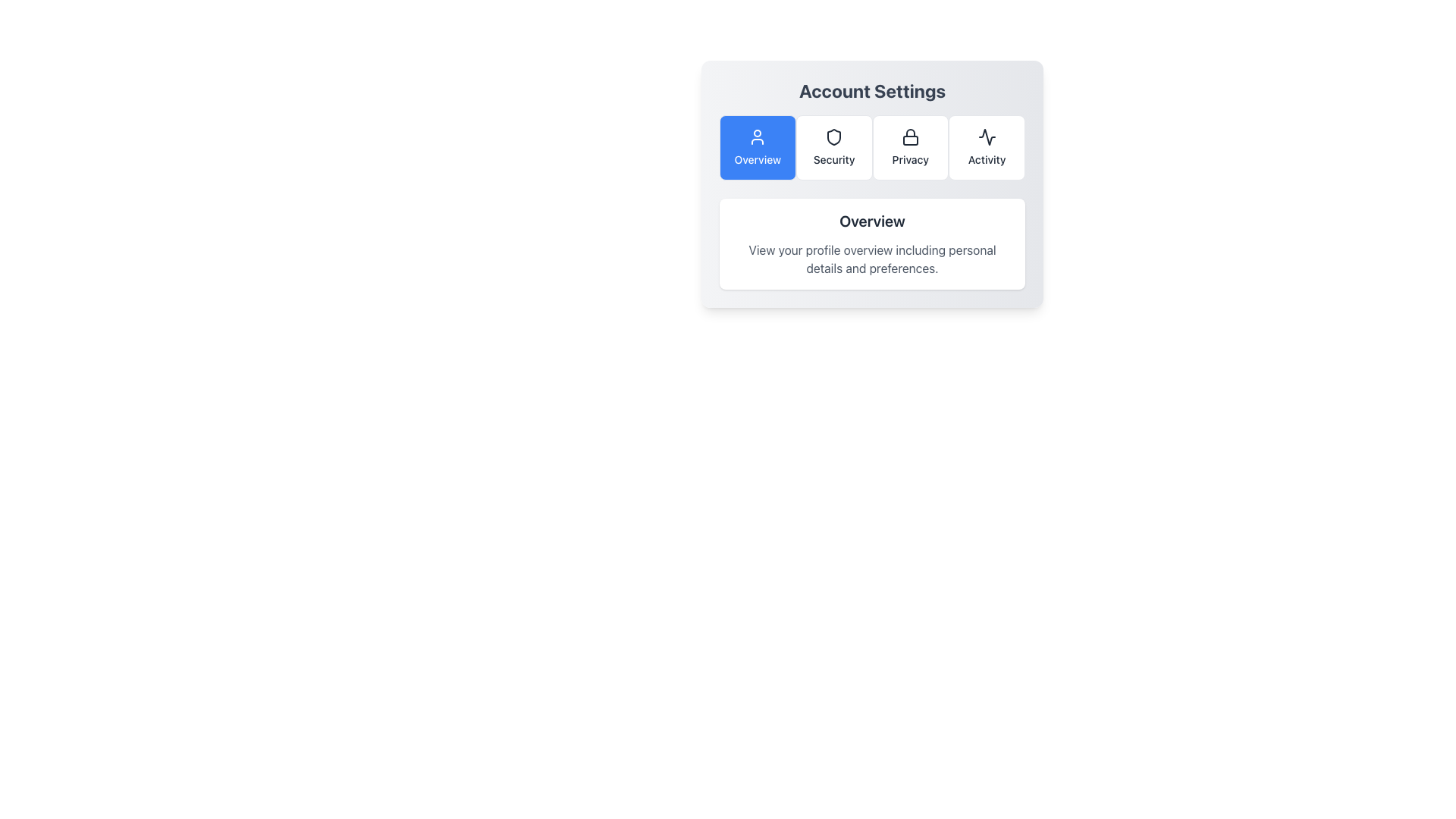  Describe the element at coordinates (987, 137) in the screenshot. I see `the rounded rectangular button labeled 'Activity' which is located in the upper-right corner of the interface` at that location.